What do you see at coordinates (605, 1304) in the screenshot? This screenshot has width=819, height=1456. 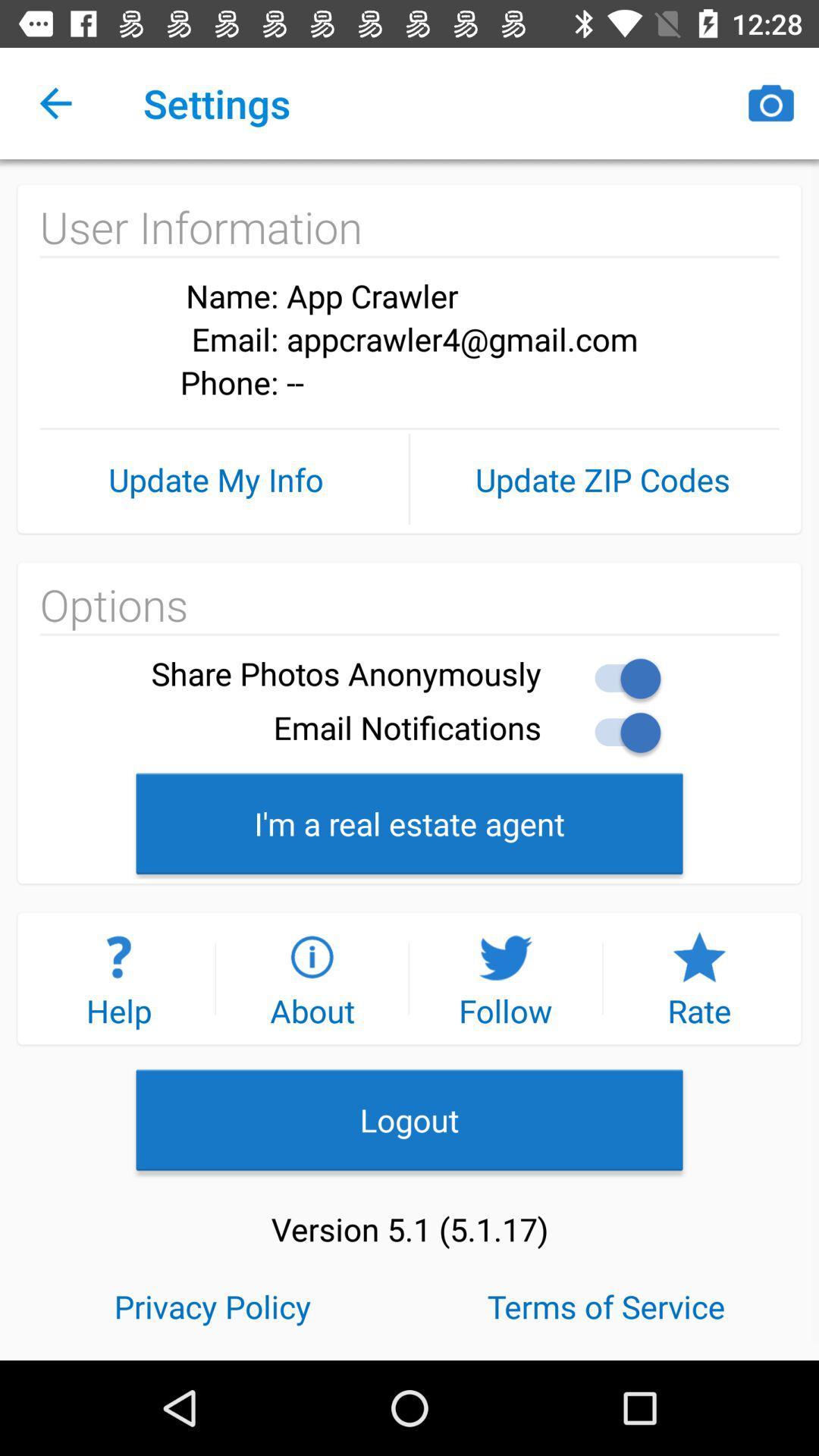 I see `terms of service item` at bounding box center [605, 1304].